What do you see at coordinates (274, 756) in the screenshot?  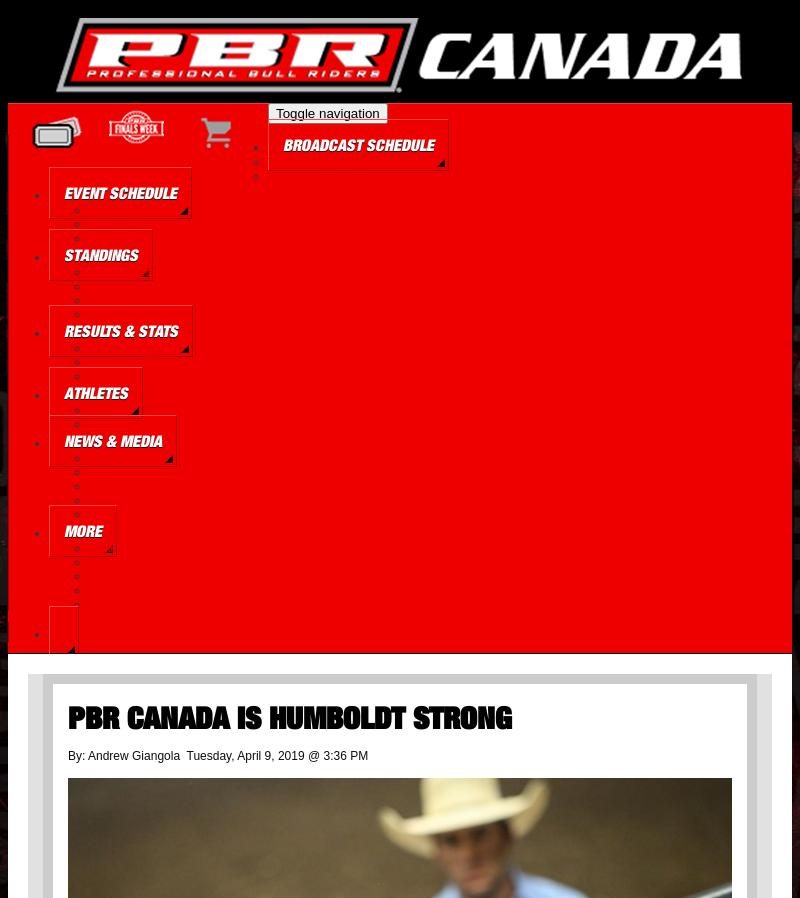 I see `'Tuesday, April 9, 2019 @ 3:36 PM'` at bounding box center [274, 756].